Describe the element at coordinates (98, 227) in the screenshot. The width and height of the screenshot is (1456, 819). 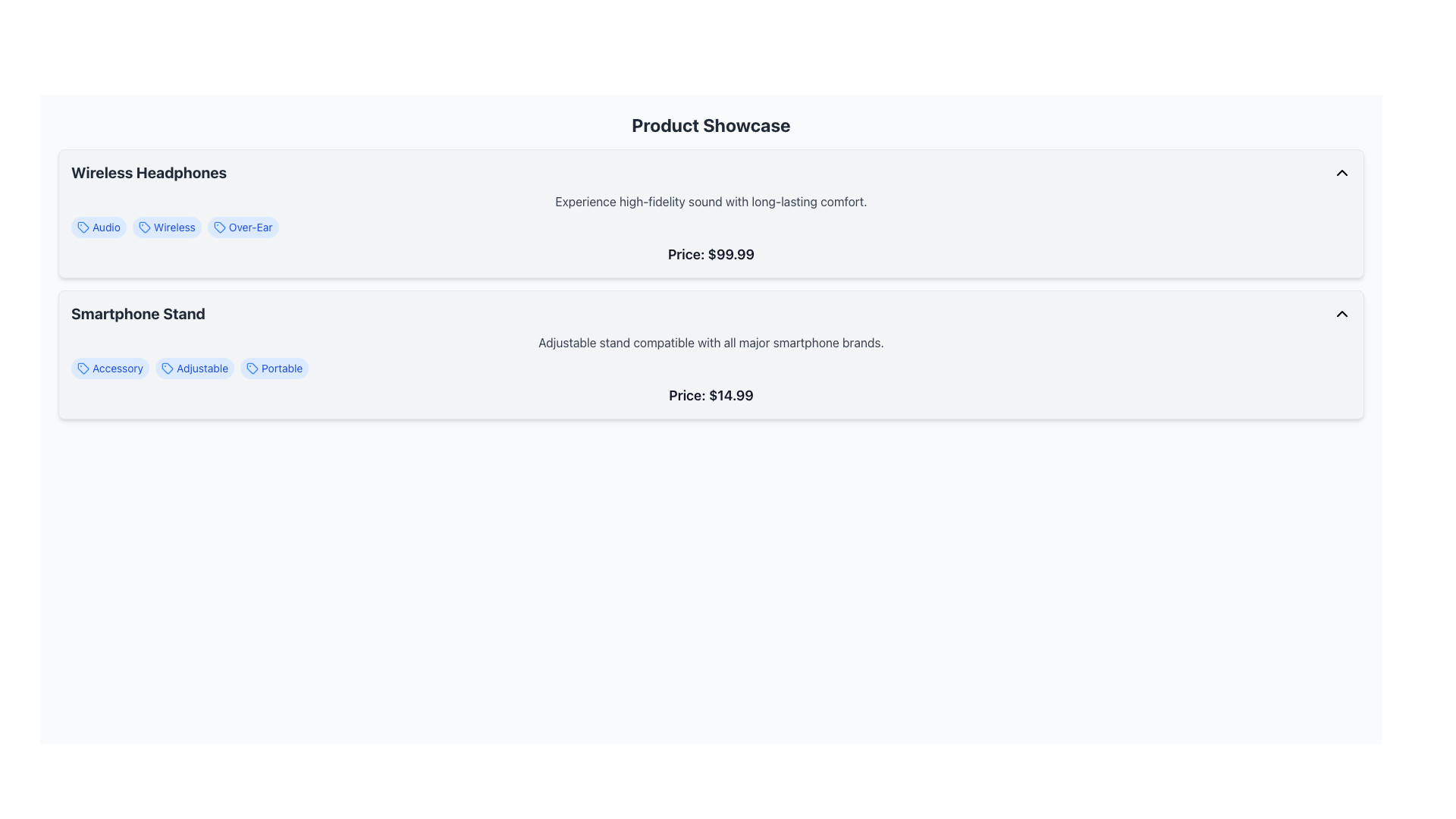
I see `the 'Audio' label or chip, which is a small badge-like component with a light blue background and a tag icon on the left, located under the 'Wireless Headphones' title` at that location.